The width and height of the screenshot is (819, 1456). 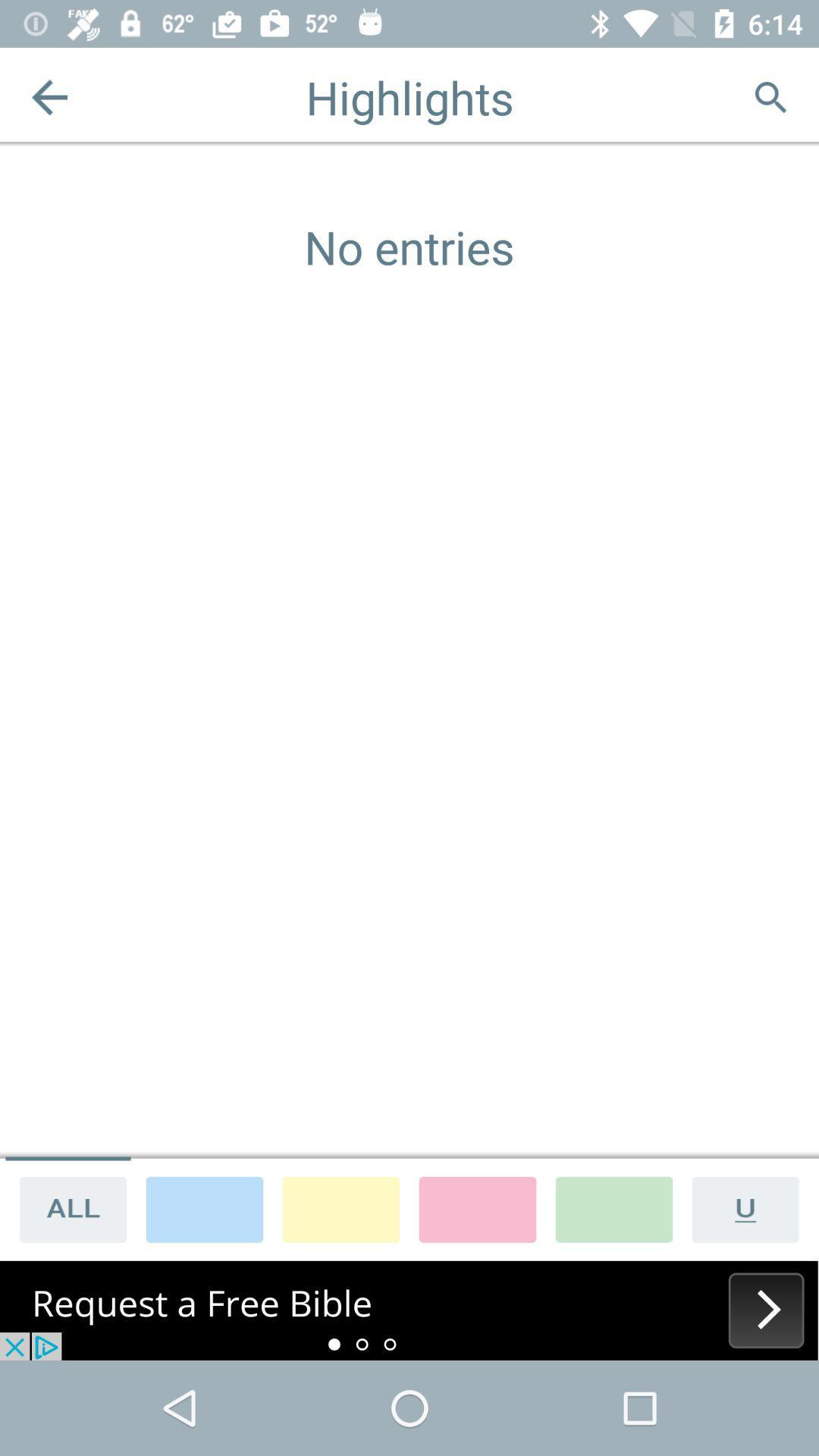 What do you see at coordinates (409, 1310) in the screenshot?
I see `its an advertisement` at bounding box center [409, 1310].